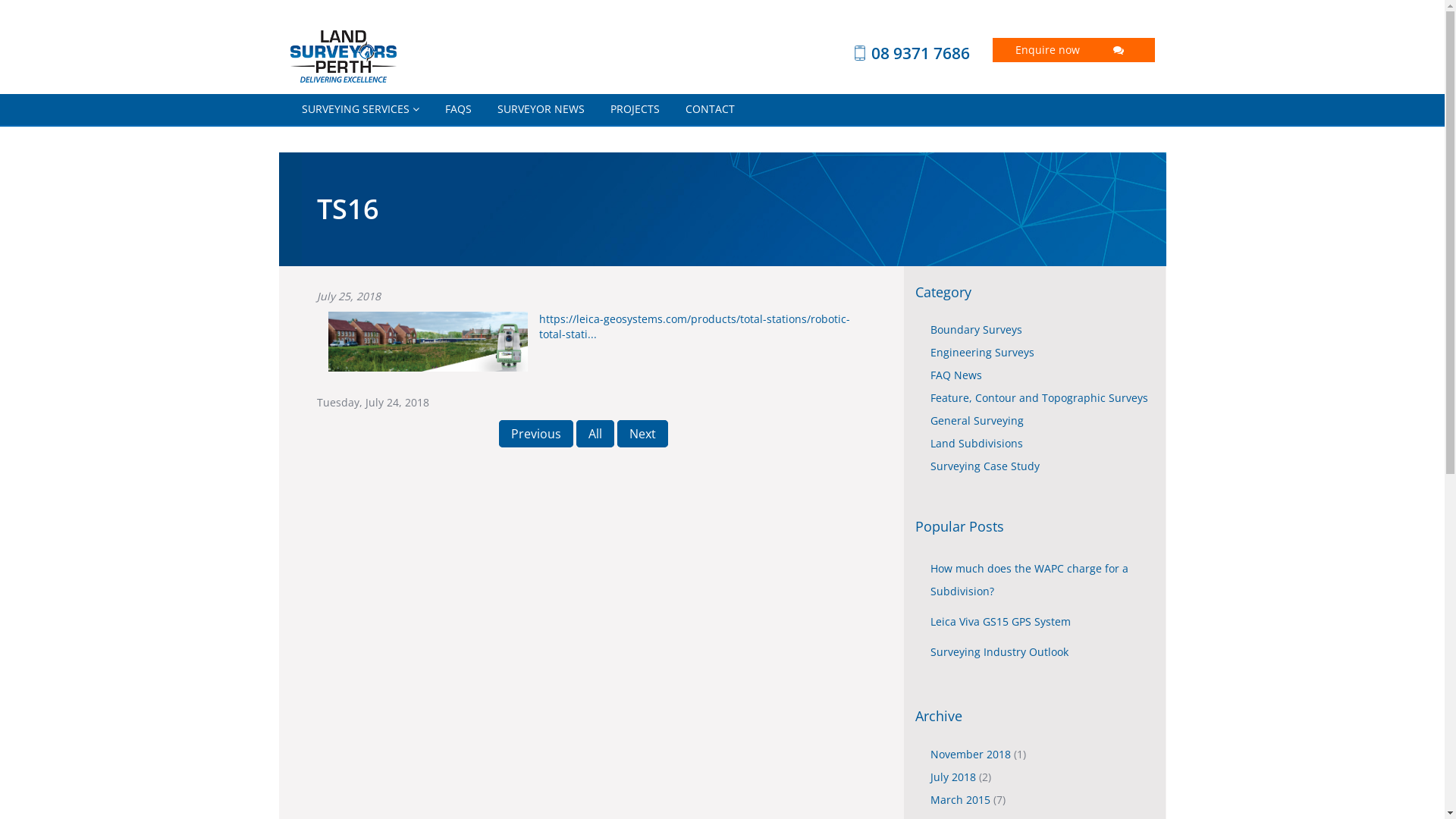 This screenshot has width=1456, height=819. I want to click on 'Boundary Surveys', so click(976, 328).